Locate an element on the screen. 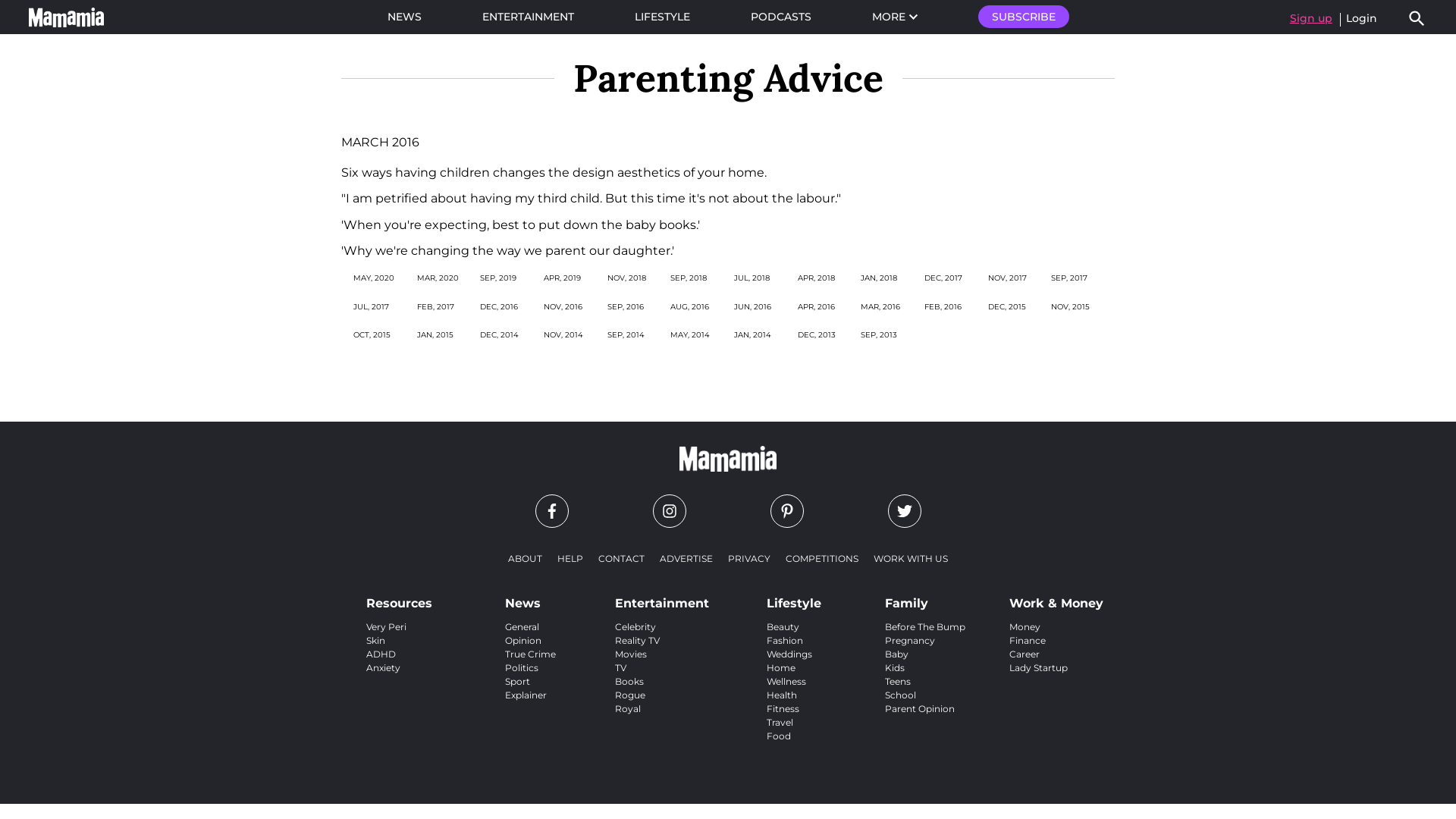 The width and height of the screenshot is (1456, 819). 'Before The Bump' is located at coordinates (924, 626).